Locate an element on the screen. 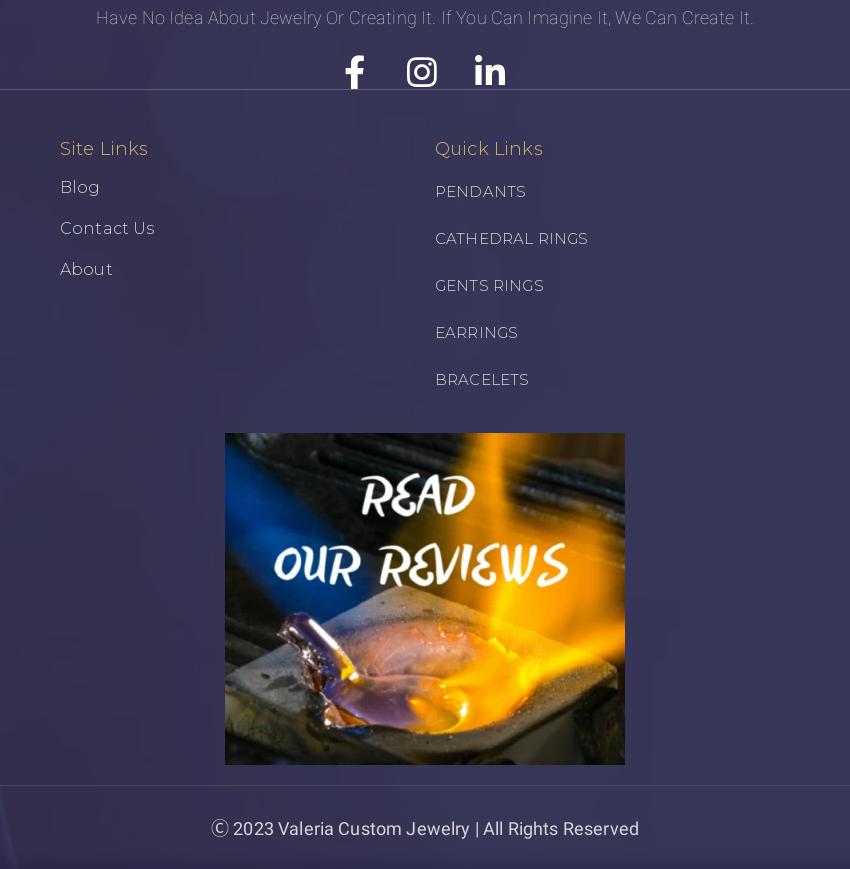 The width and height of the screenshot is (850, 869). 'BRACELETS' is located at coordinates (482, 377).